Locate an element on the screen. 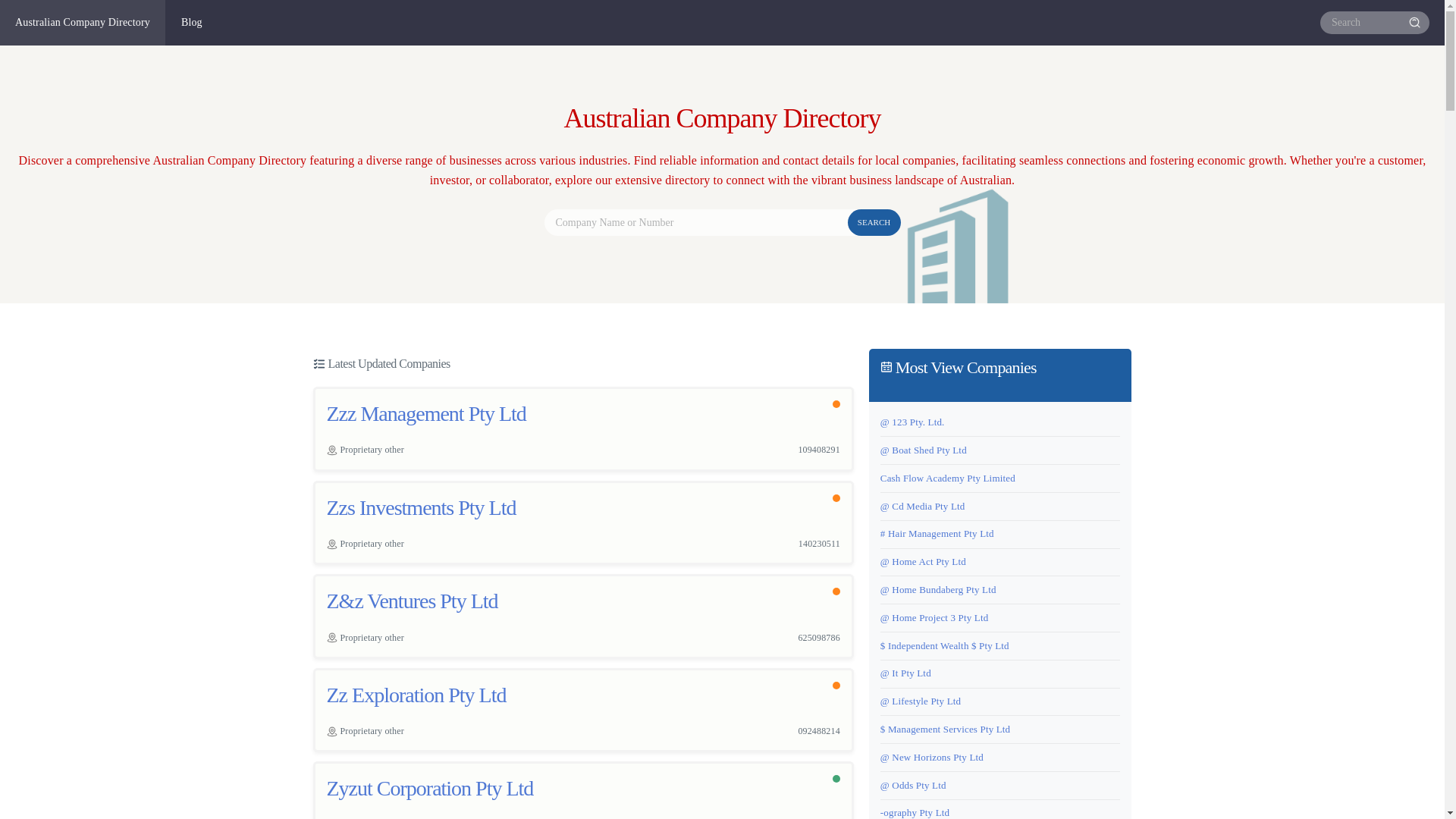  '@ Home Bundaberg Pty Ltd' is located at coordinates (937, 588).